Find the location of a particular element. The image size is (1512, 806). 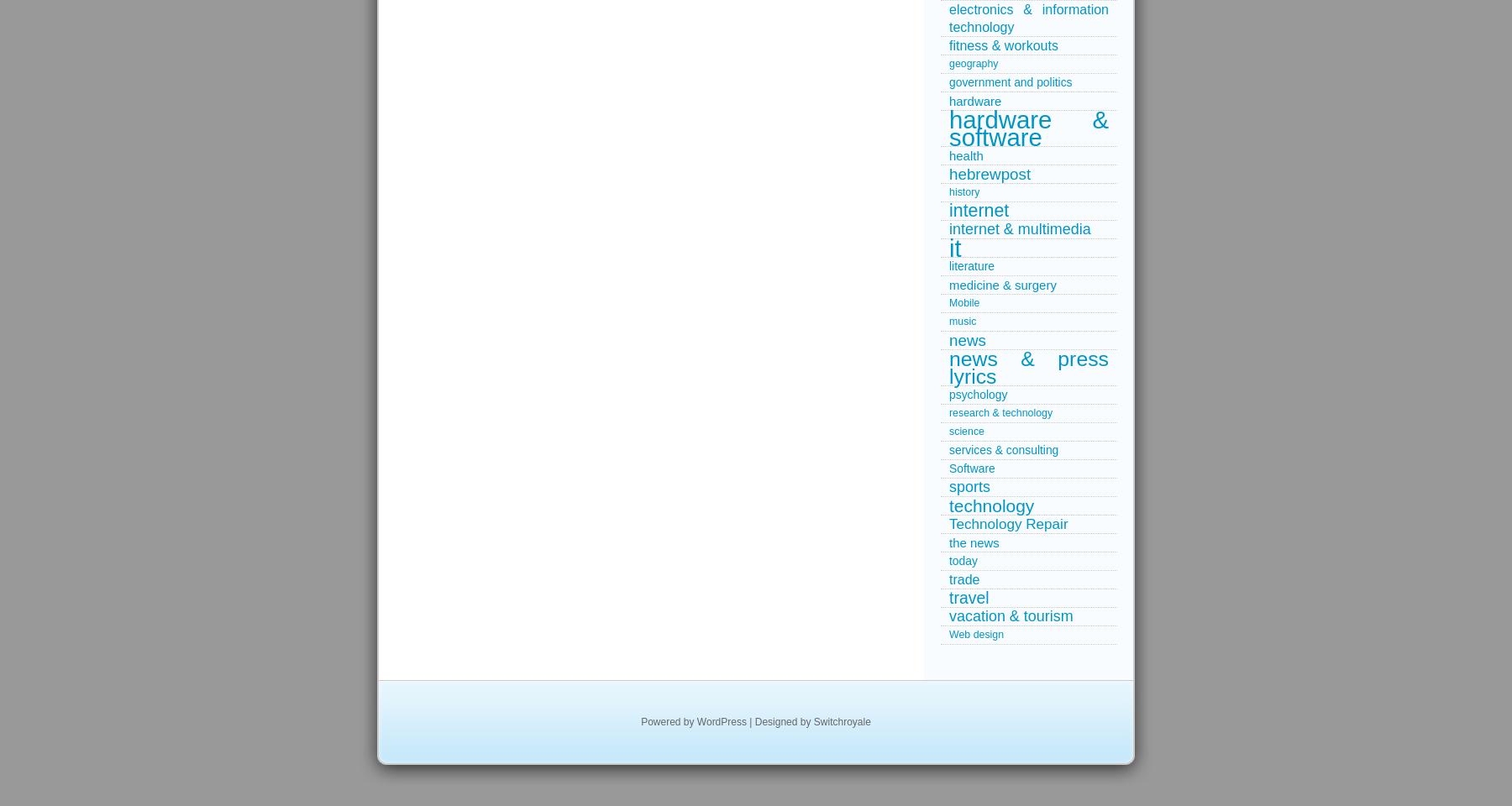

'news' is located at coordinates (948, 339).